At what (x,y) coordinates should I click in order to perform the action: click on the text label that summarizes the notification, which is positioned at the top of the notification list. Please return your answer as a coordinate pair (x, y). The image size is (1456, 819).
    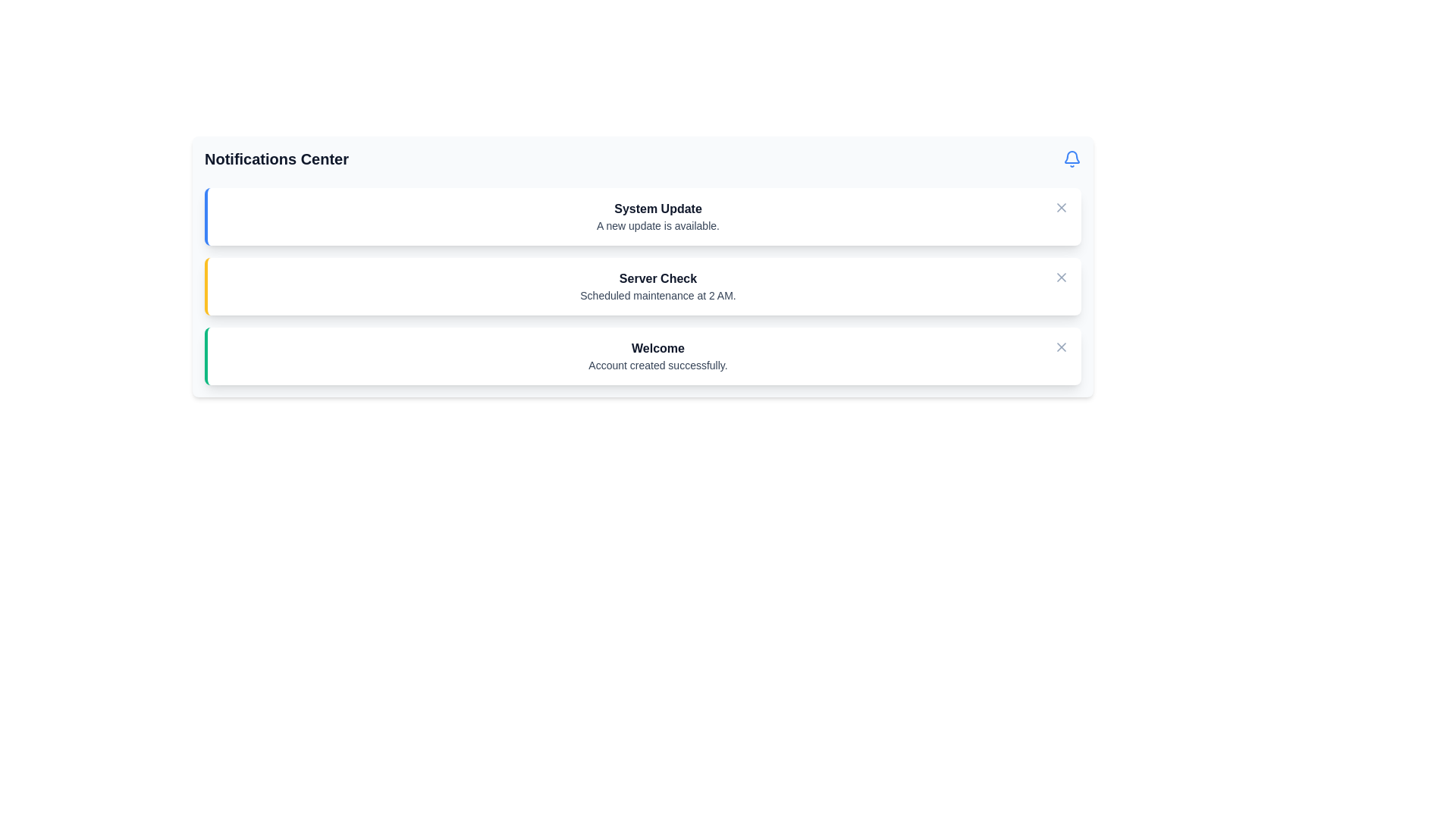
    Looking at the image, I should click on (658, 209).